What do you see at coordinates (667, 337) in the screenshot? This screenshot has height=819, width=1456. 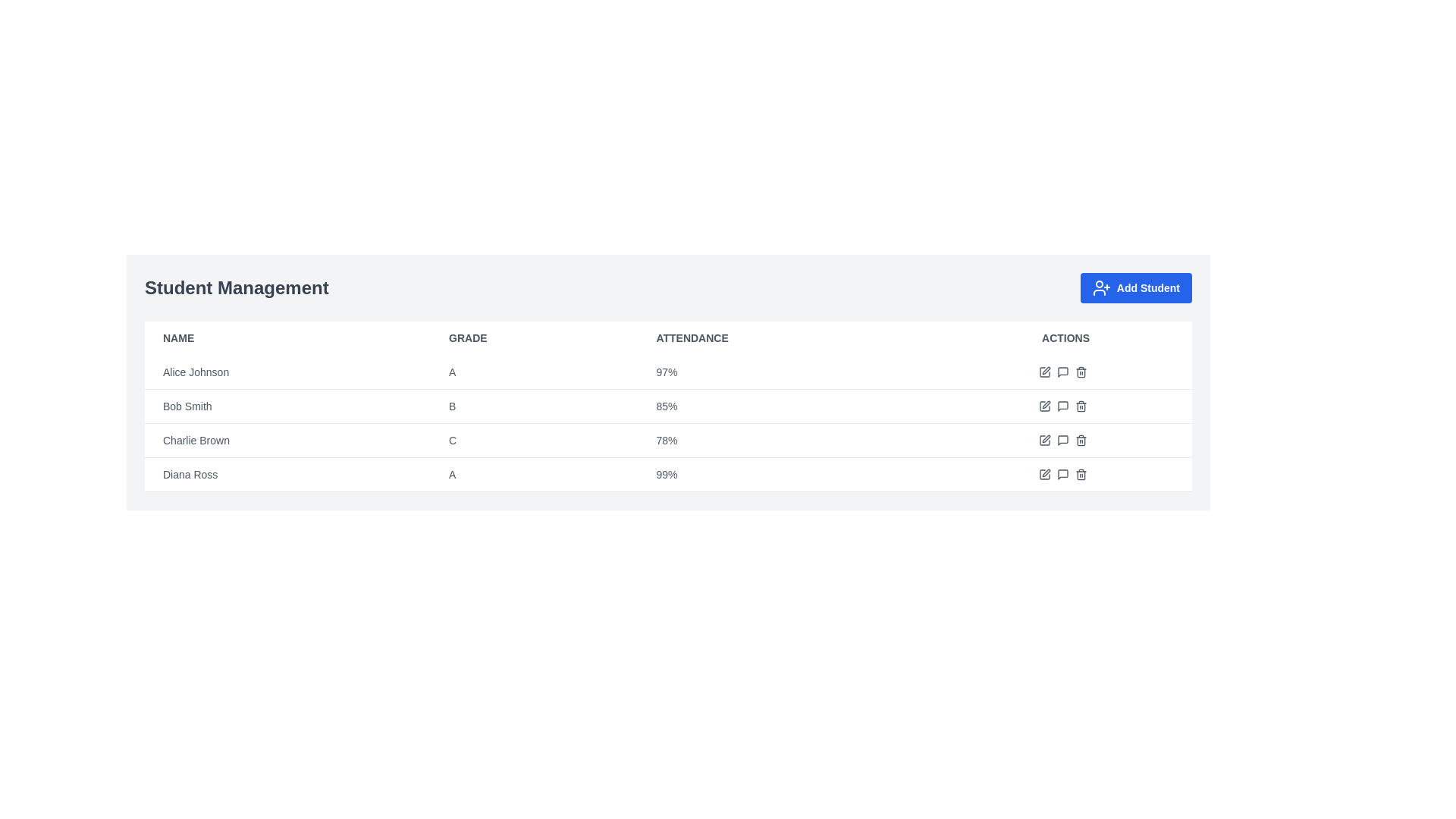 I see `the Table Header Row that labels the columns for user data such as name, grade, attendance, and actions` at bounding box center [667, 337].